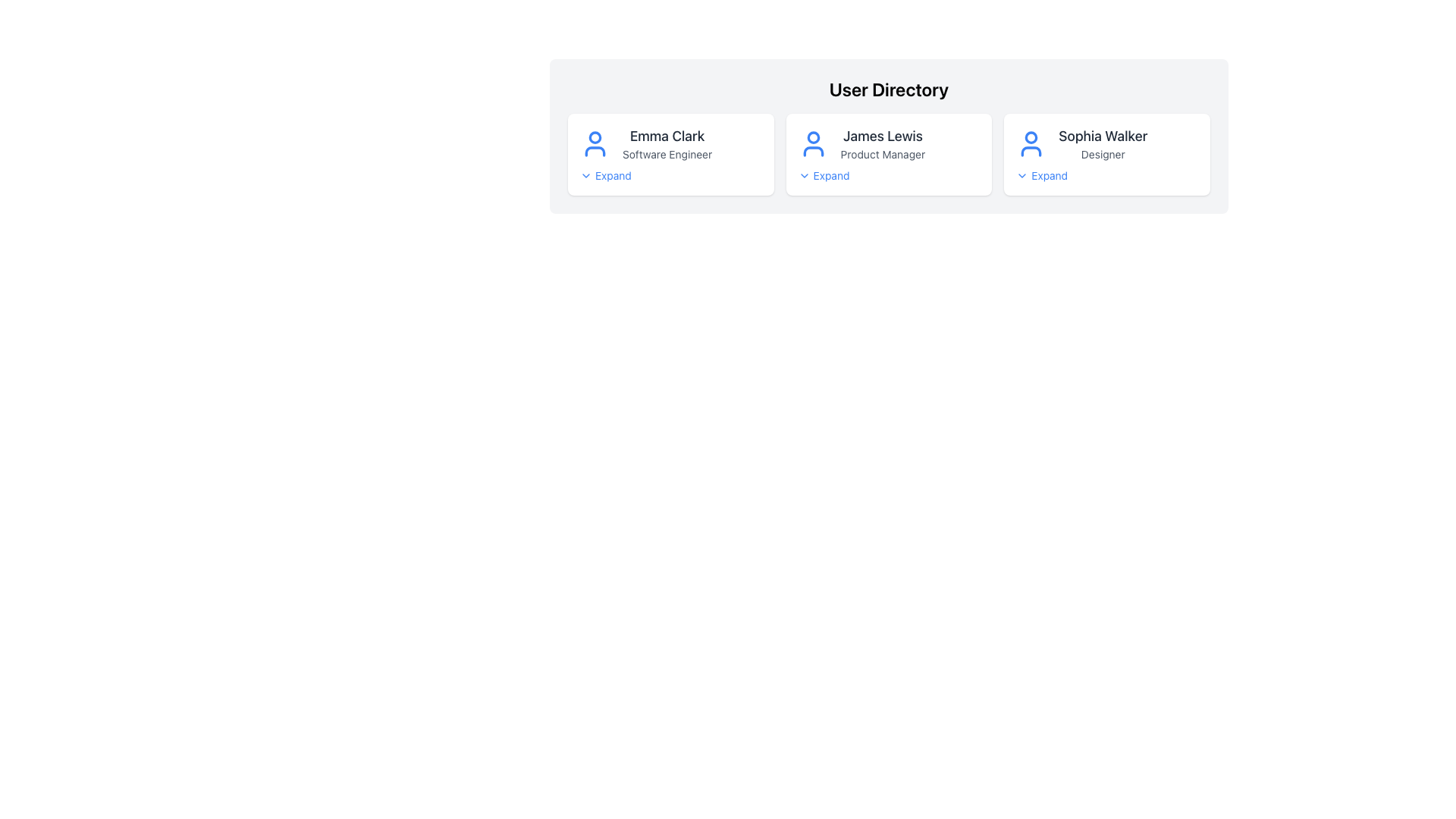 The height and width of the screenshot is (819, 1456). Describe the element at coordinates (595, 143) in the screenshot. I see `the Profile Icon representing Emma Clark, Software Engineer` at that location.